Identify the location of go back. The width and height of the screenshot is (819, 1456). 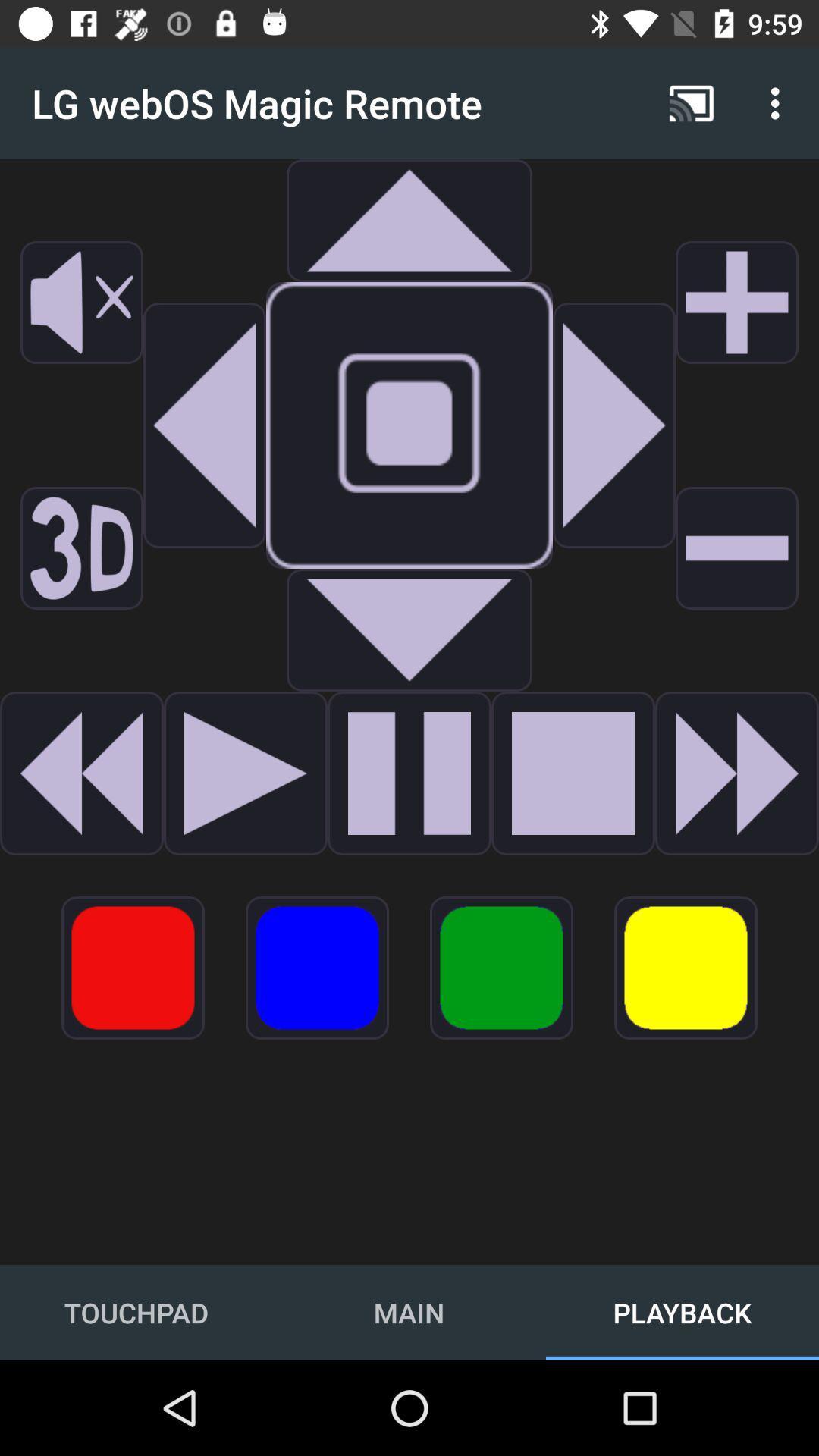
(82, 773).